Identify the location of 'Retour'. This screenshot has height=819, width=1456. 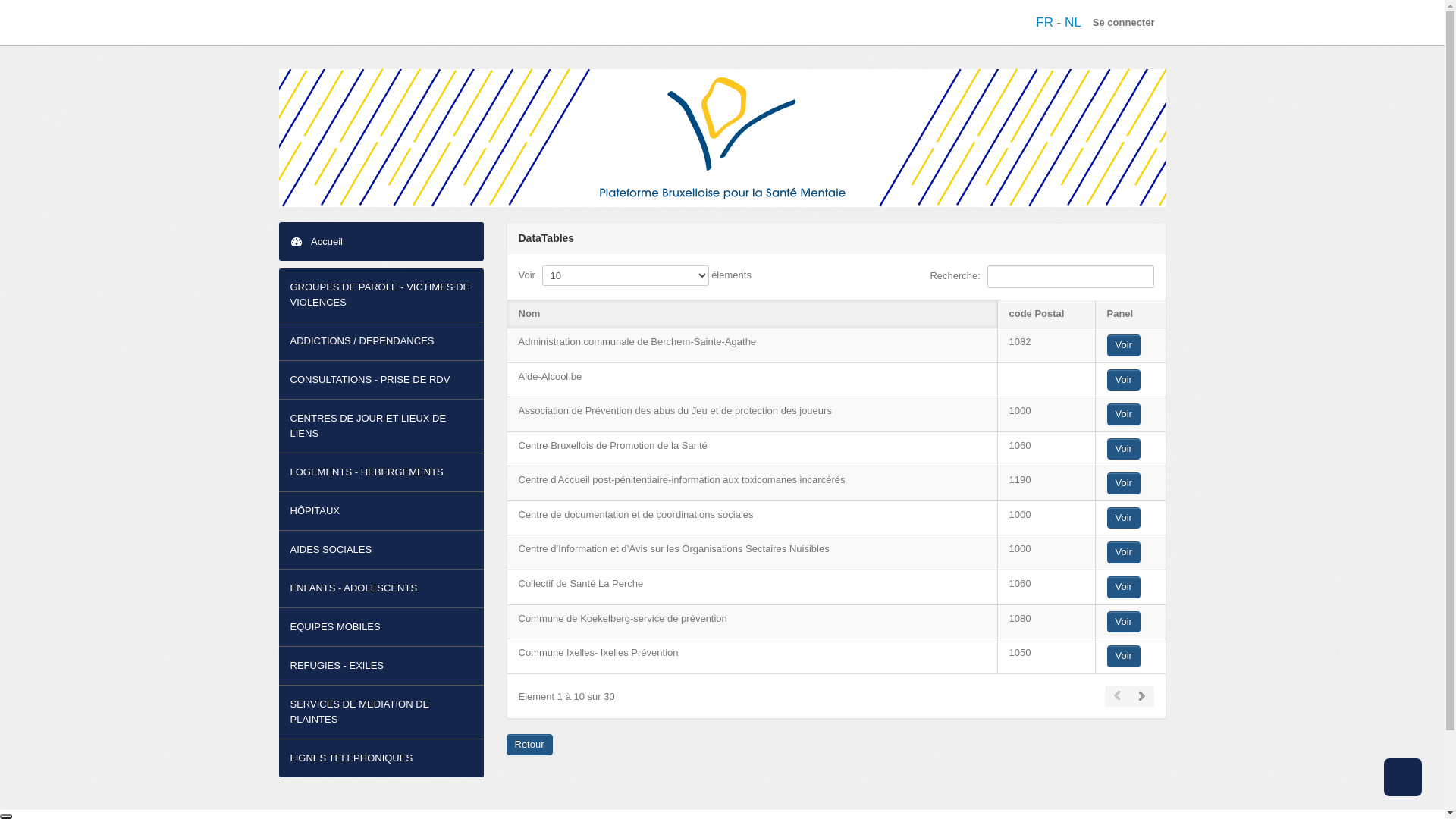
(529, 744).